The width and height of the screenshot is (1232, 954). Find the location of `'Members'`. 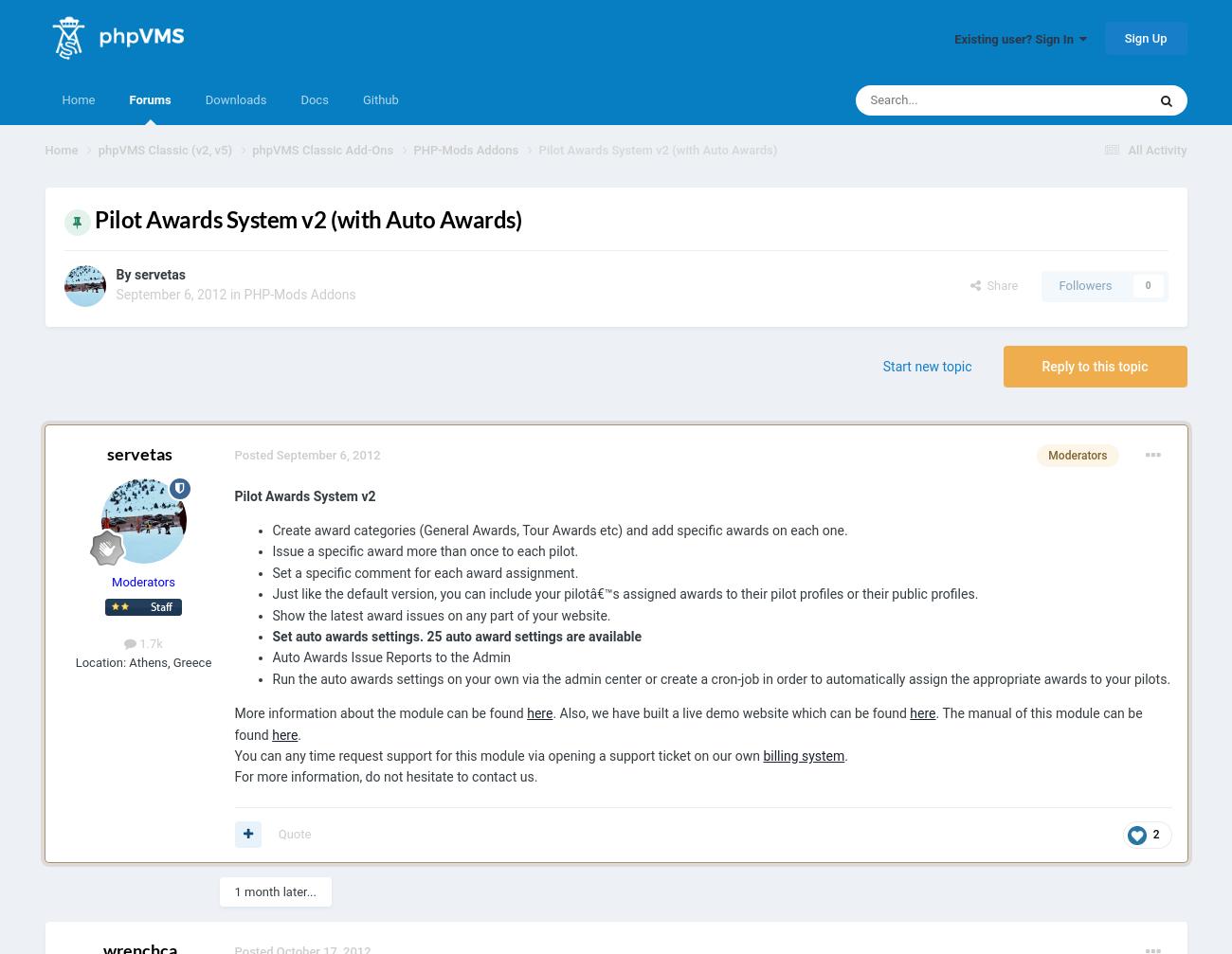

'Members' is located at coordinates (1026, 387).